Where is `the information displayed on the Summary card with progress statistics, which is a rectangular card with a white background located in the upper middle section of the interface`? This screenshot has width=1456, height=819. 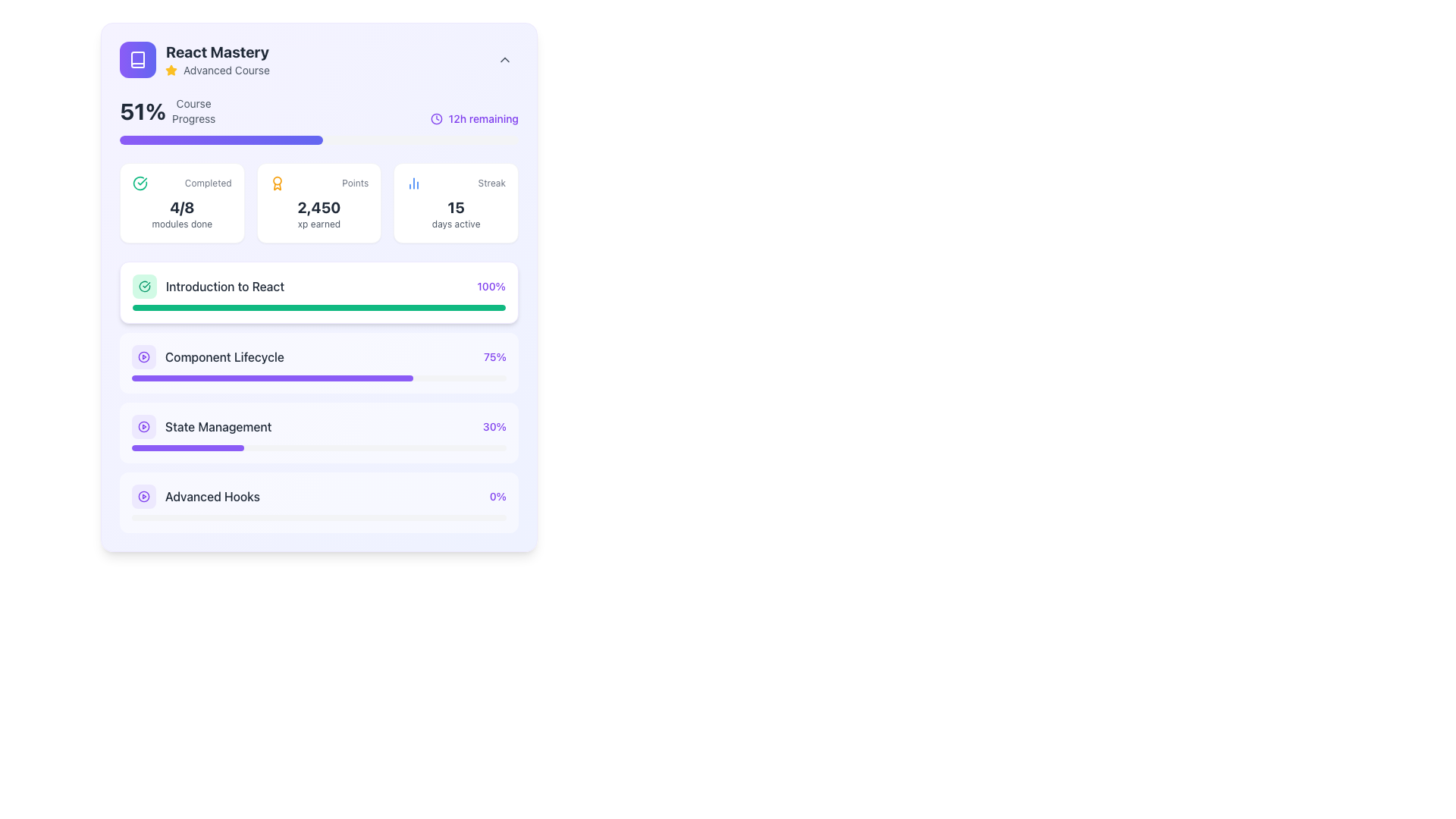 the information displayed on the Summary card with progress statistics, which is a rectangular card with a white background located in the upper middle section of the interface is located at coordinates (318, 202).